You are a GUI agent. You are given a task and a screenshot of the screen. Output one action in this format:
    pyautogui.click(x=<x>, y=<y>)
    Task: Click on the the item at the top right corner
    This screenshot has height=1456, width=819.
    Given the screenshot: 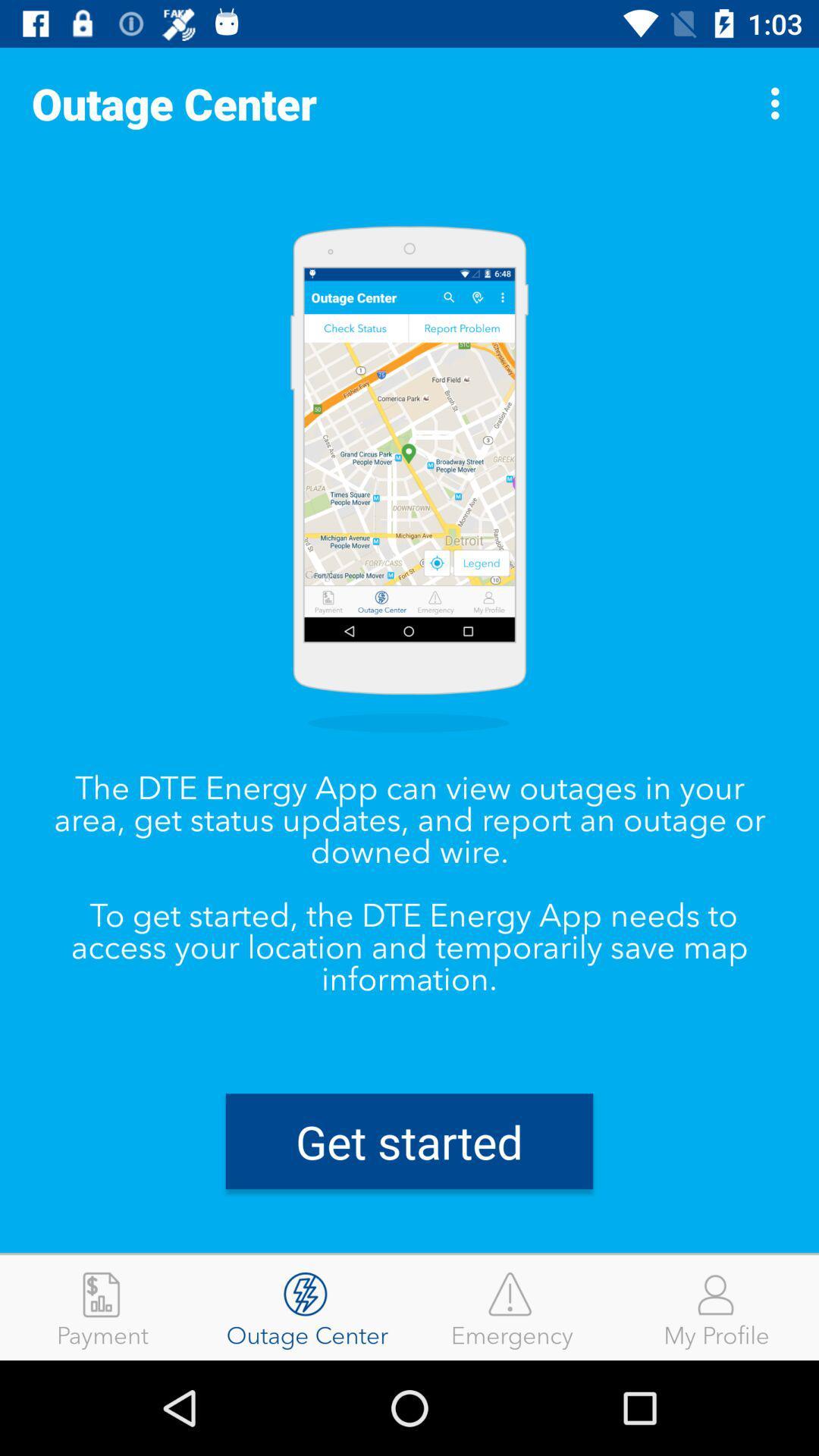 What is the action you would take?
    pyautogui.click(x=779, y=102)
    